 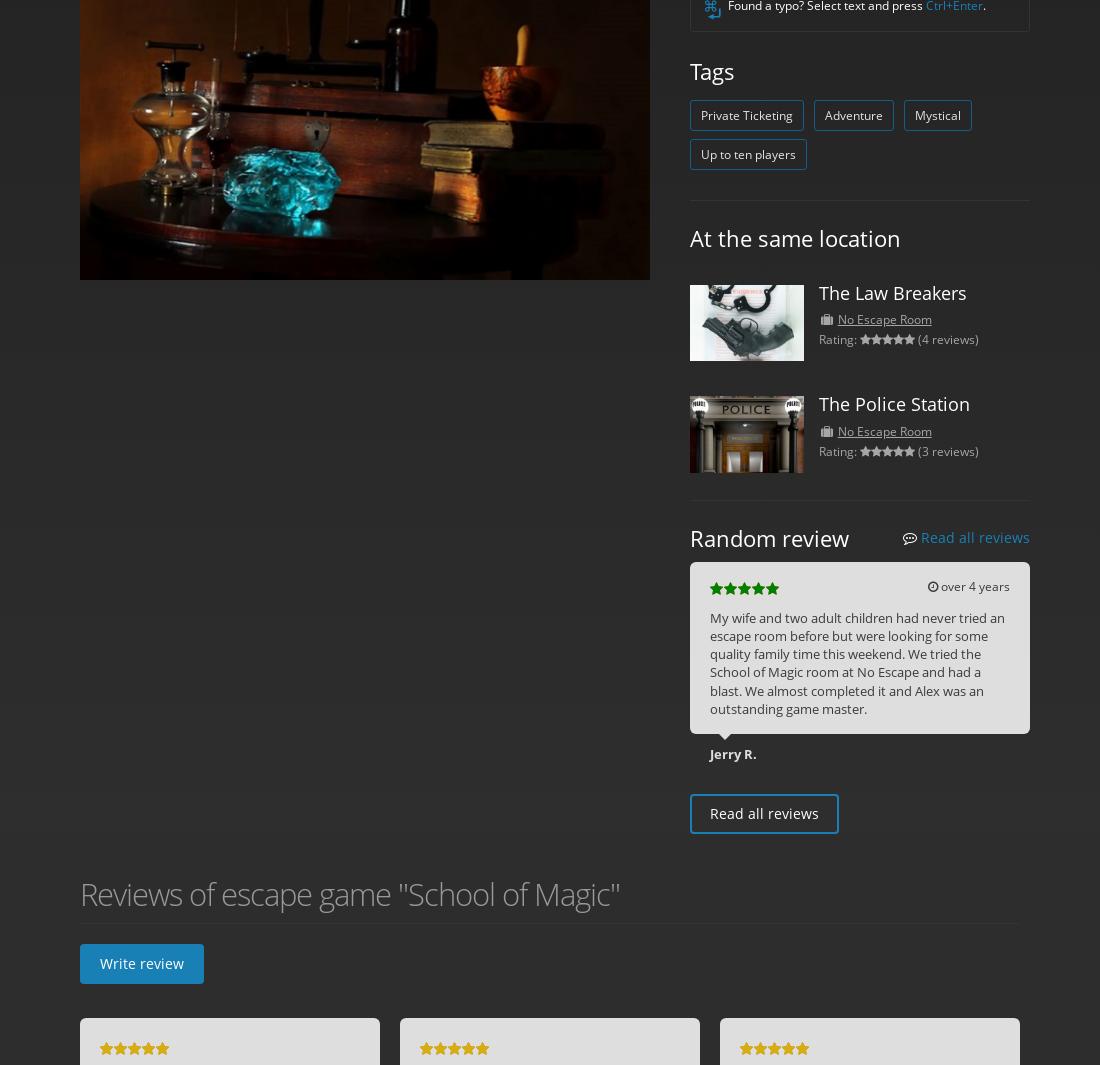 I want to click on 'Up to ten players', so click(x=747, y=153).